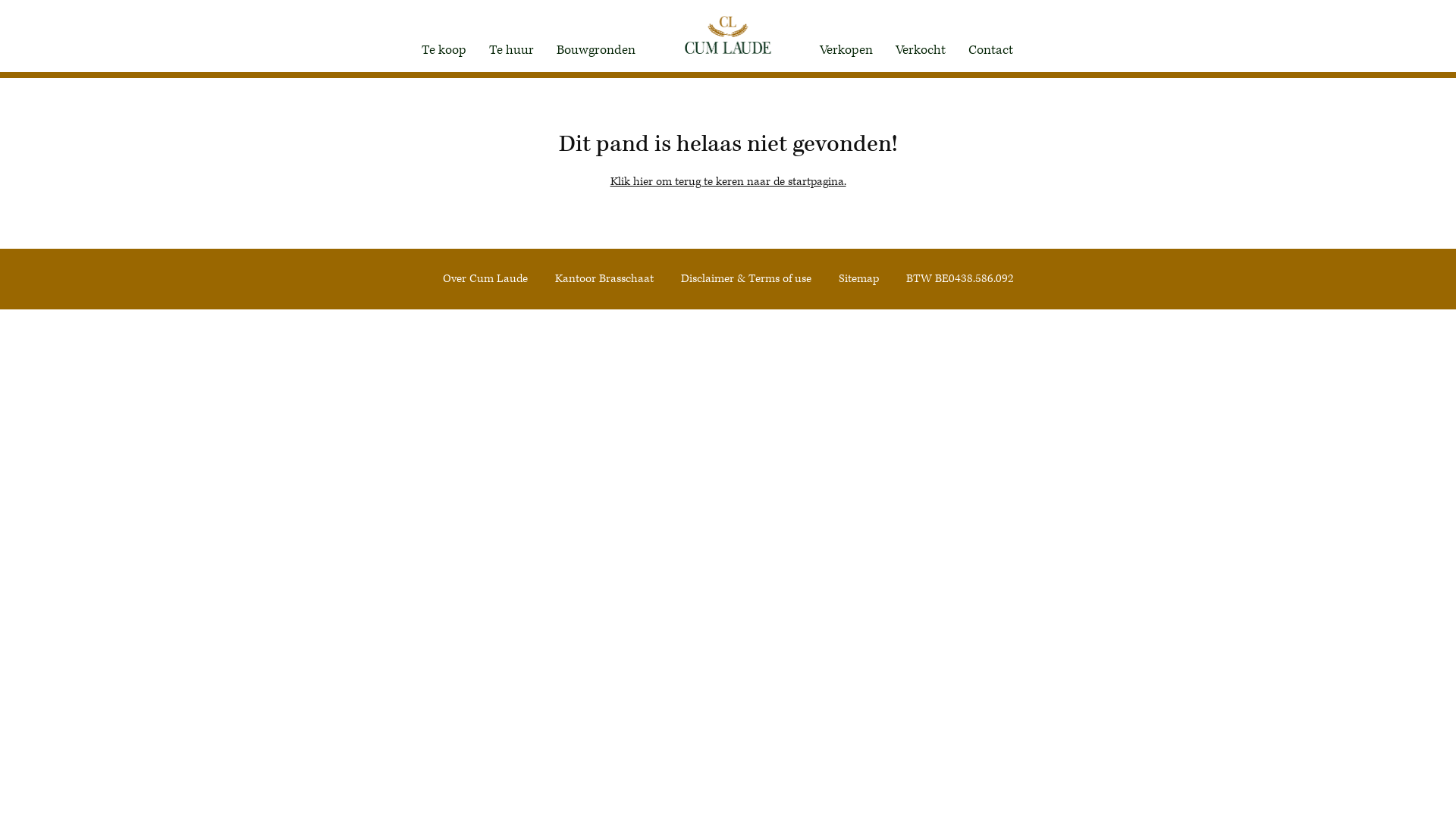 The image size is (1456, 819). What do you see at coordinates (745, 278) in the screenshot?
I see `'Disclaimer & Terms of use'` at bounding box center [745, 278].